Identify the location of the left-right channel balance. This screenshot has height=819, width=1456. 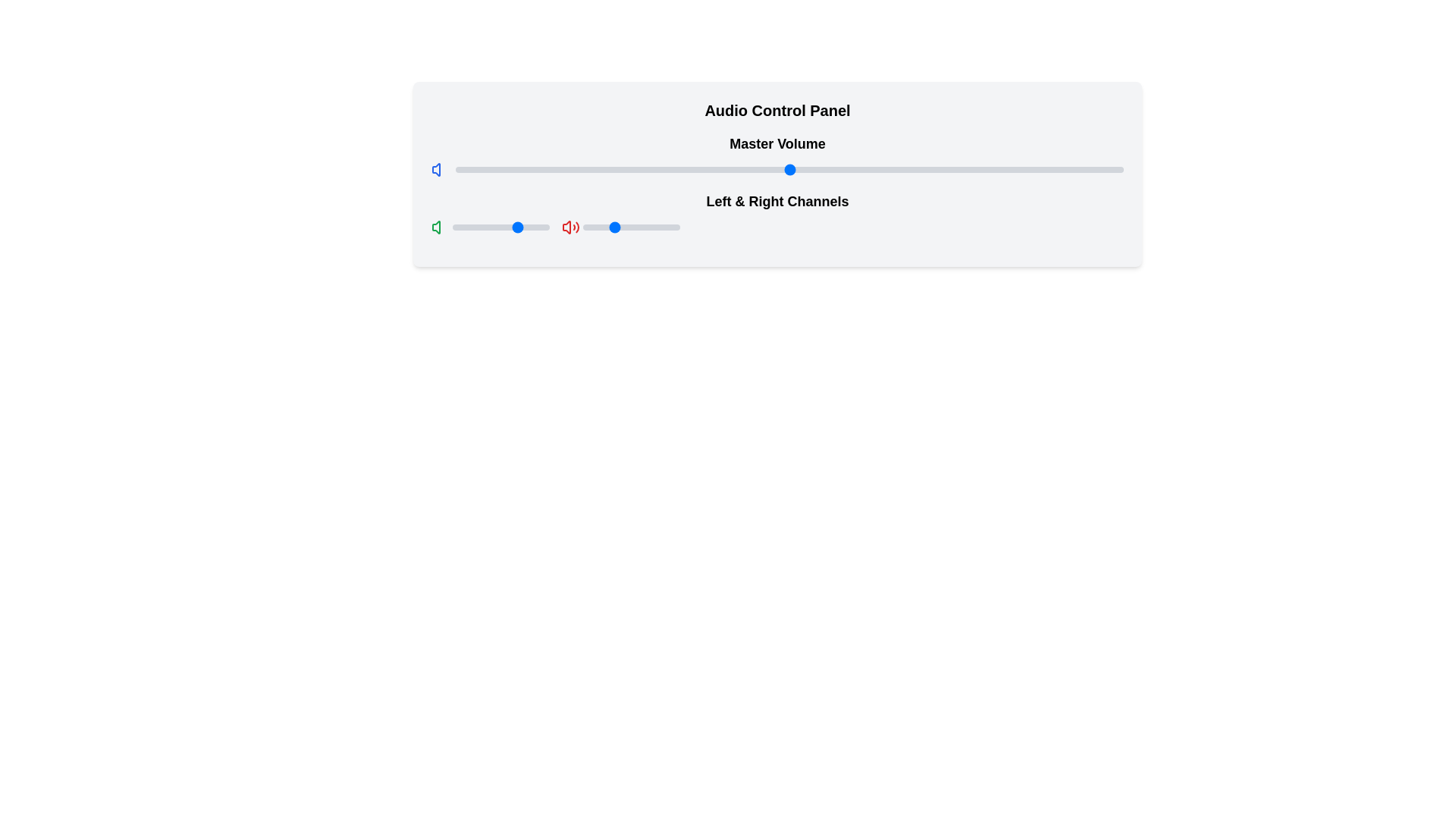
(475, 227).